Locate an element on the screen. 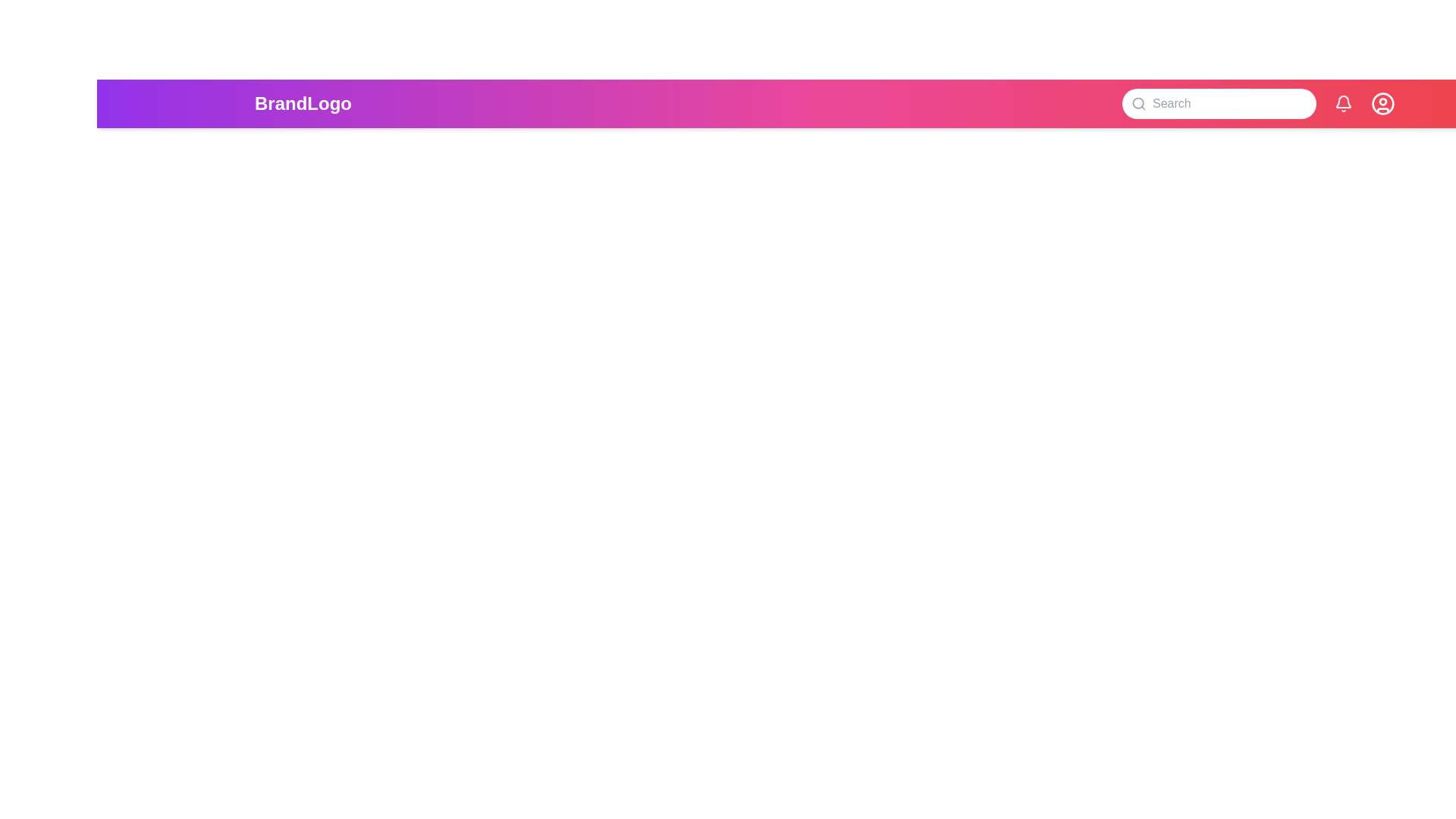  the bell-shaped icon button located is located at coordinates (1343, 103).